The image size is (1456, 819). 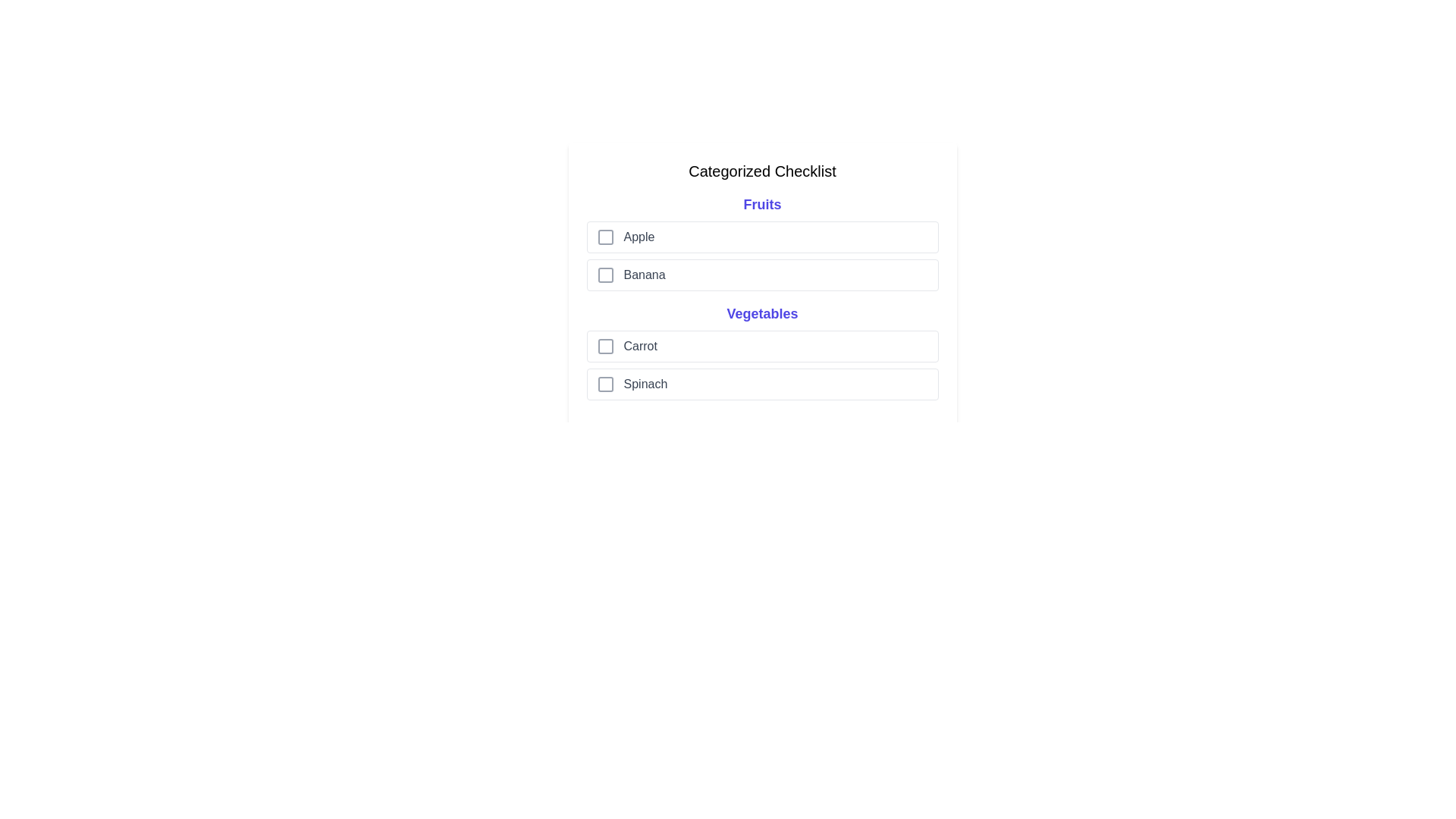 What do you see at coordinates (762, 237) in the screenshot?
I see `the checkbox labeled 'Apple' in the 'Fruits' section of the 'Categorized Checklist', which is the first entry in that category` at bounding box center [762, 237].